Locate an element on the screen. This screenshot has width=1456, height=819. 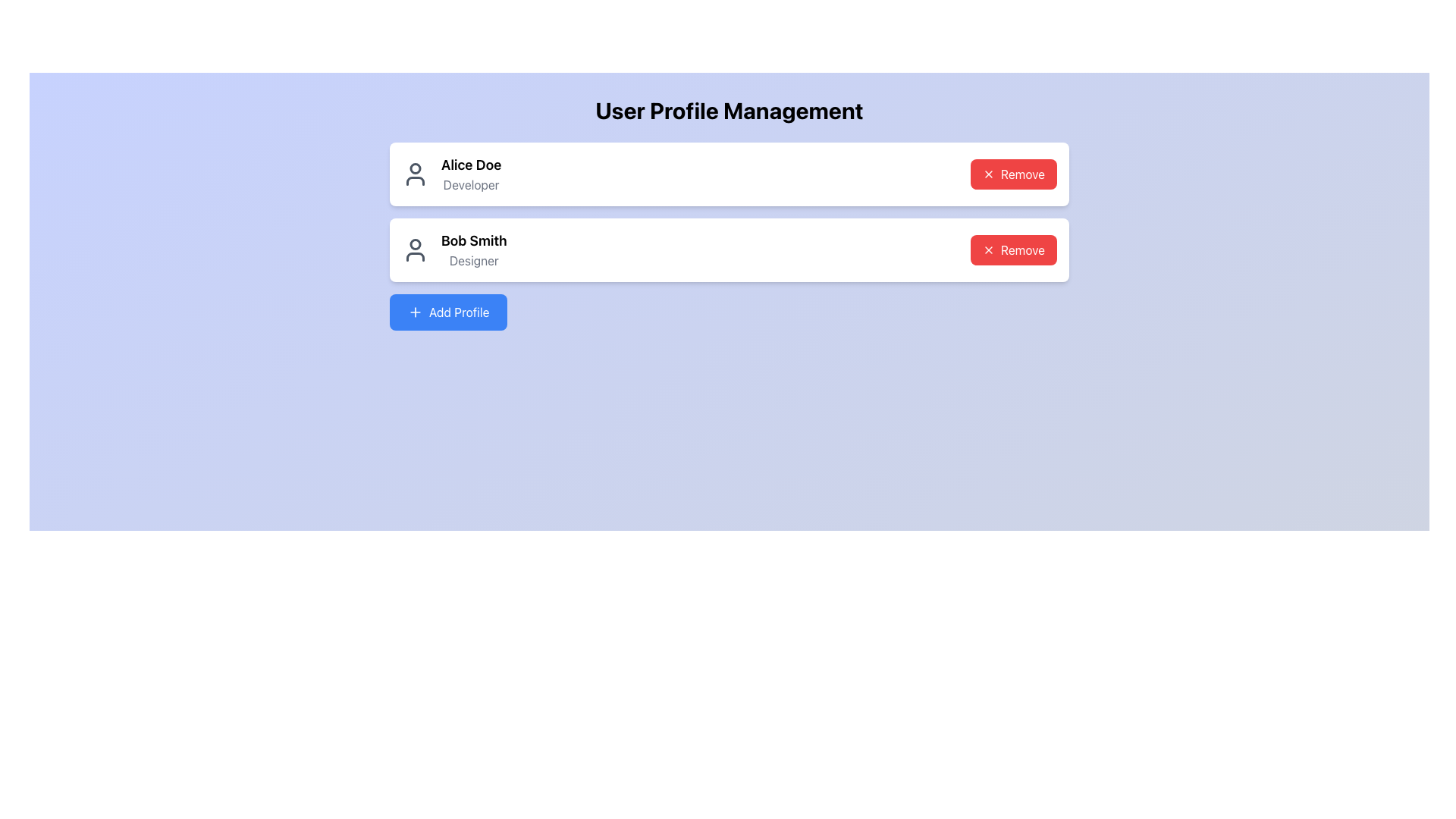
the text label displaying the individual's name in the second user profile card, located above the 'Designer' text and next to the user icon is located at coordinates (473, 240).